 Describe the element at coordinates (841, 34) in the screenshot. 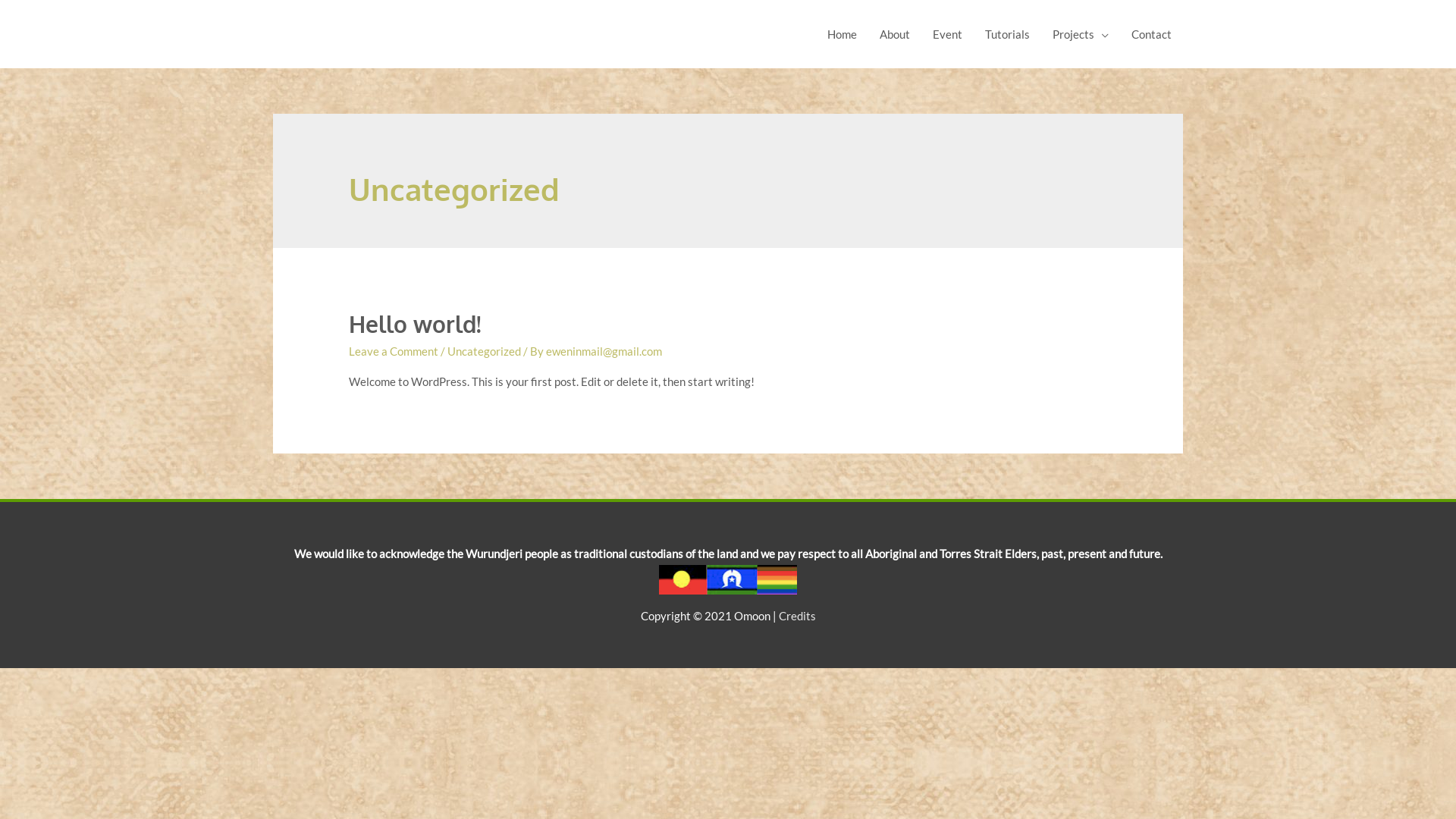

I see `'Home'` at that location.